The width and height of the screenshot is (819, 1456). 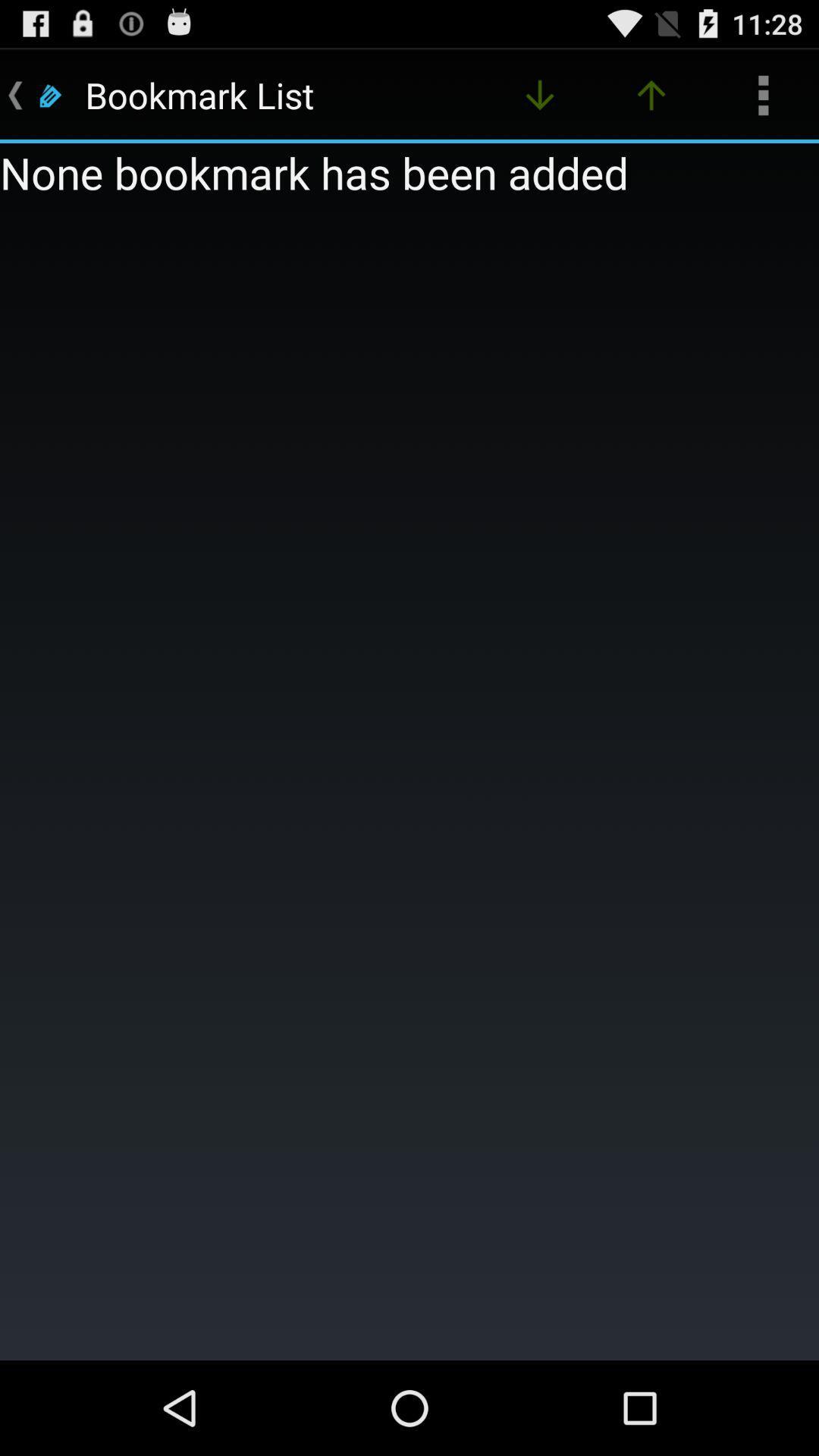 I want to click on the item at the top, so click(x=539, y=94).